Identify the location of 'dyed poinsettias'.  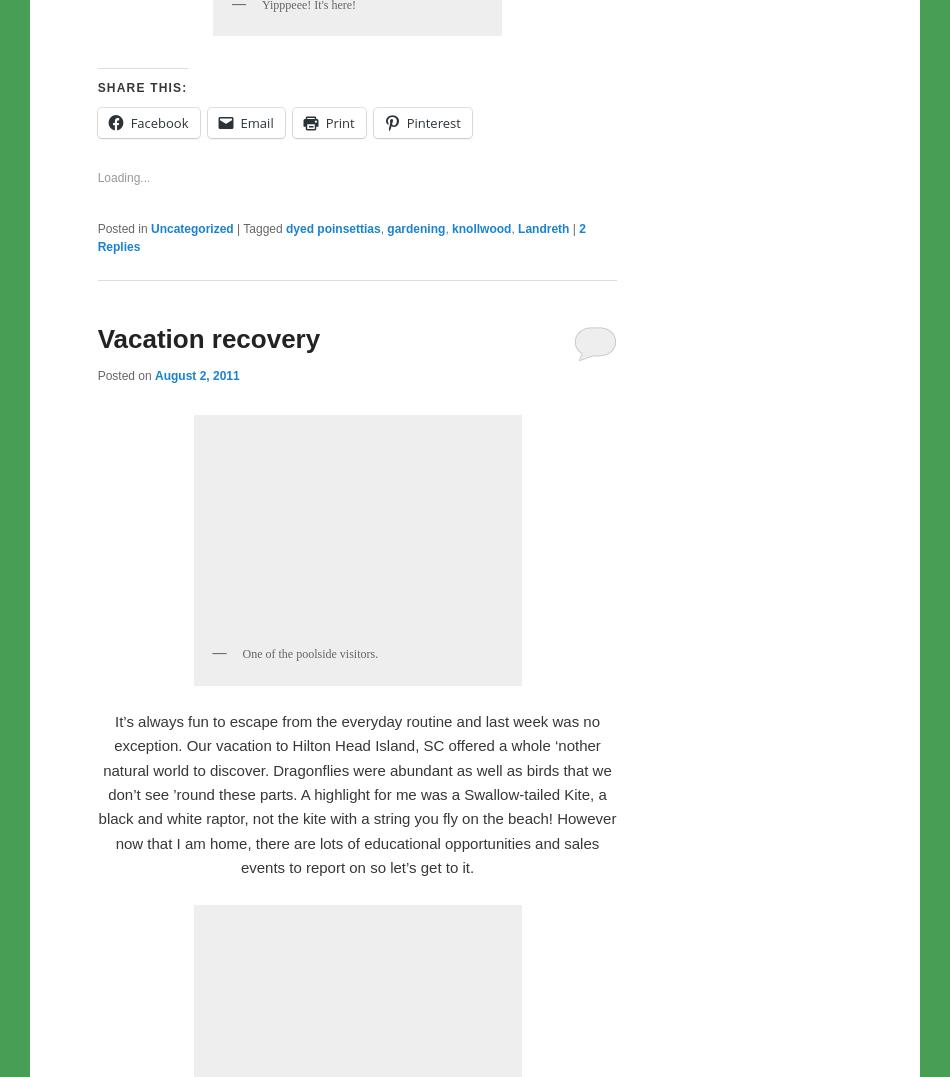
(285, 646).